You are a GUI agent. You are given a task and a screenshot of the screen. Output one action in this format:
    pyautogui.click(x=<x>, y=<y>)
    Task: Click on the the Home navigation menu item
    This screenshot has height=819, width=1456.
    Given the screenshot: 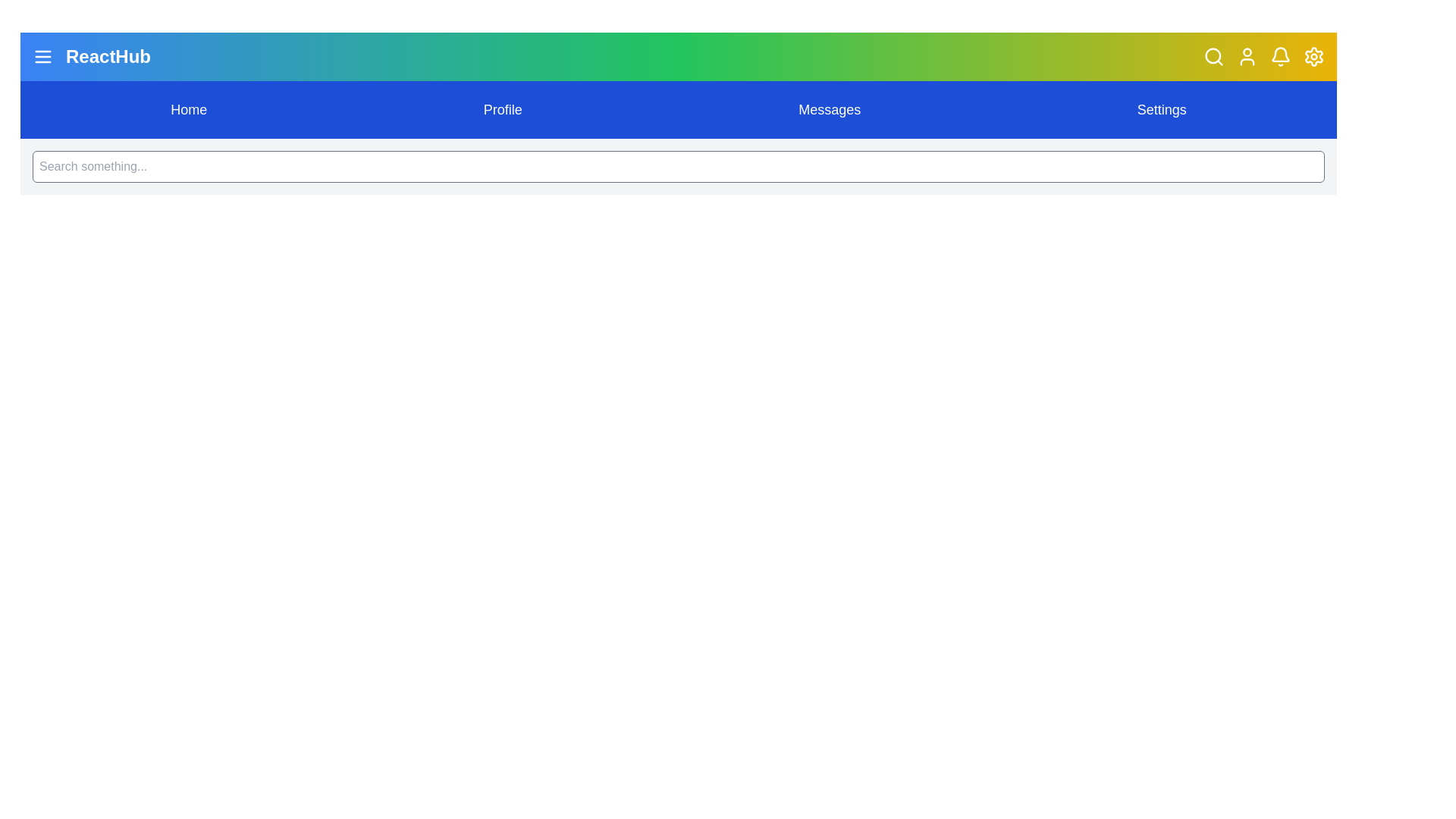 What is the action you would take?
    pyautogui.click(x=188, y=109)
    